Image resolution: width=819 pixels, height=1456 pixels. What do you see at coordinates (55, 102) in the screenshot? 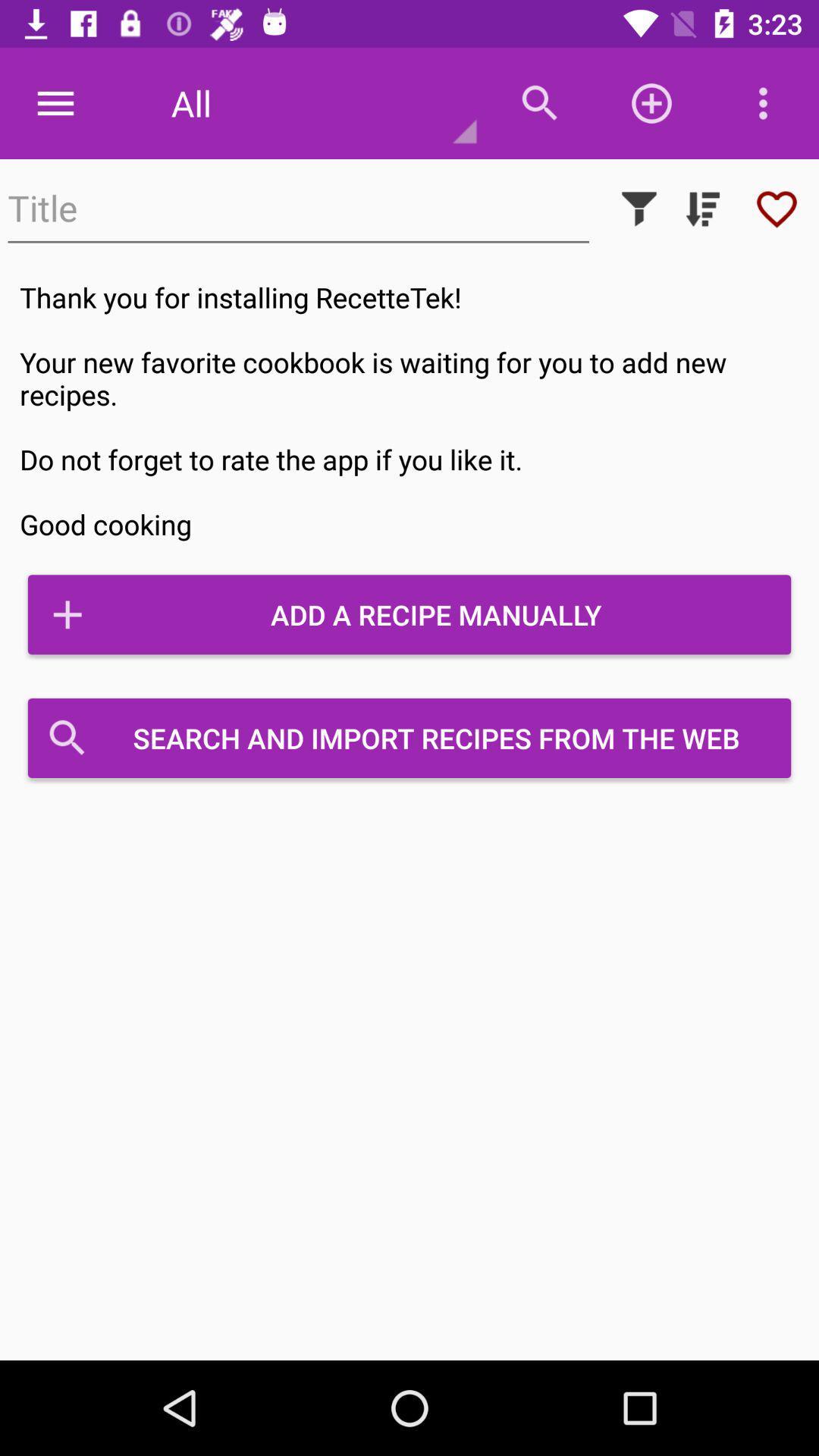
I see `item at the top left corner` at bounding box center [55, 102].